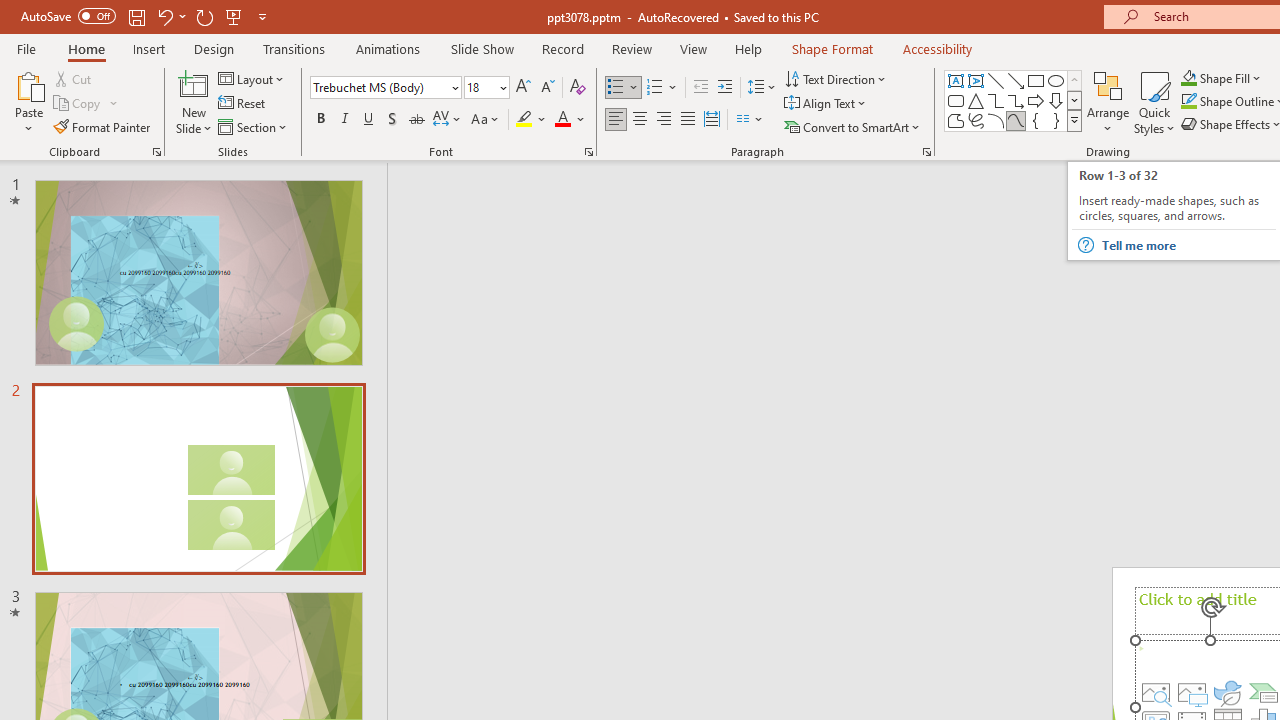 This screenshot has height=720, width=1280. What do you see at coordinates (1263, 692) in the screenshot?
I see `'Insert a SmartArt Graphic'` at bounding box center [1263, 692].